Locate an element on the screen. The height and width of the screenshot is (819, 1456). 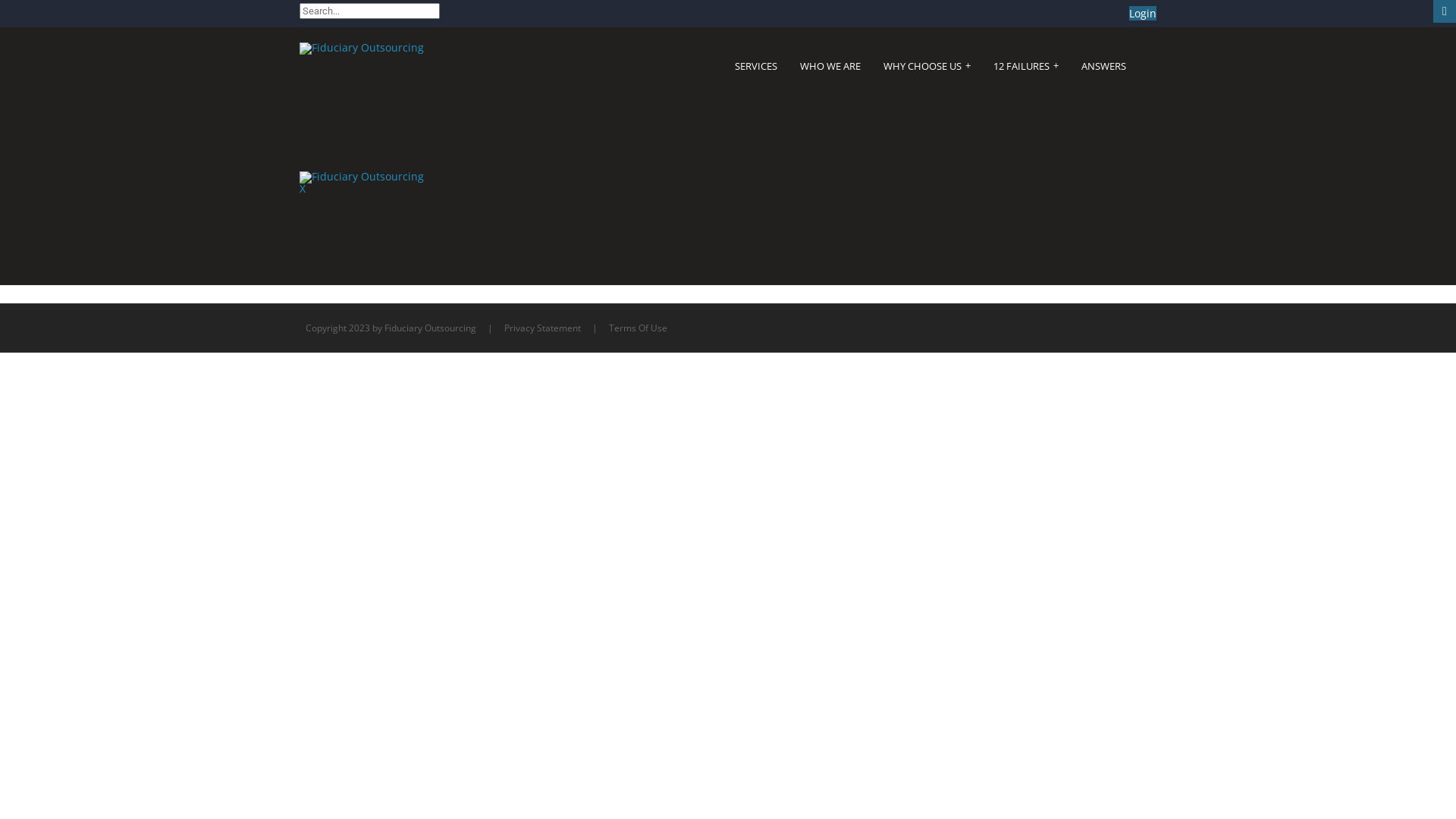
'Login' is located at coordinates (1143, 13).